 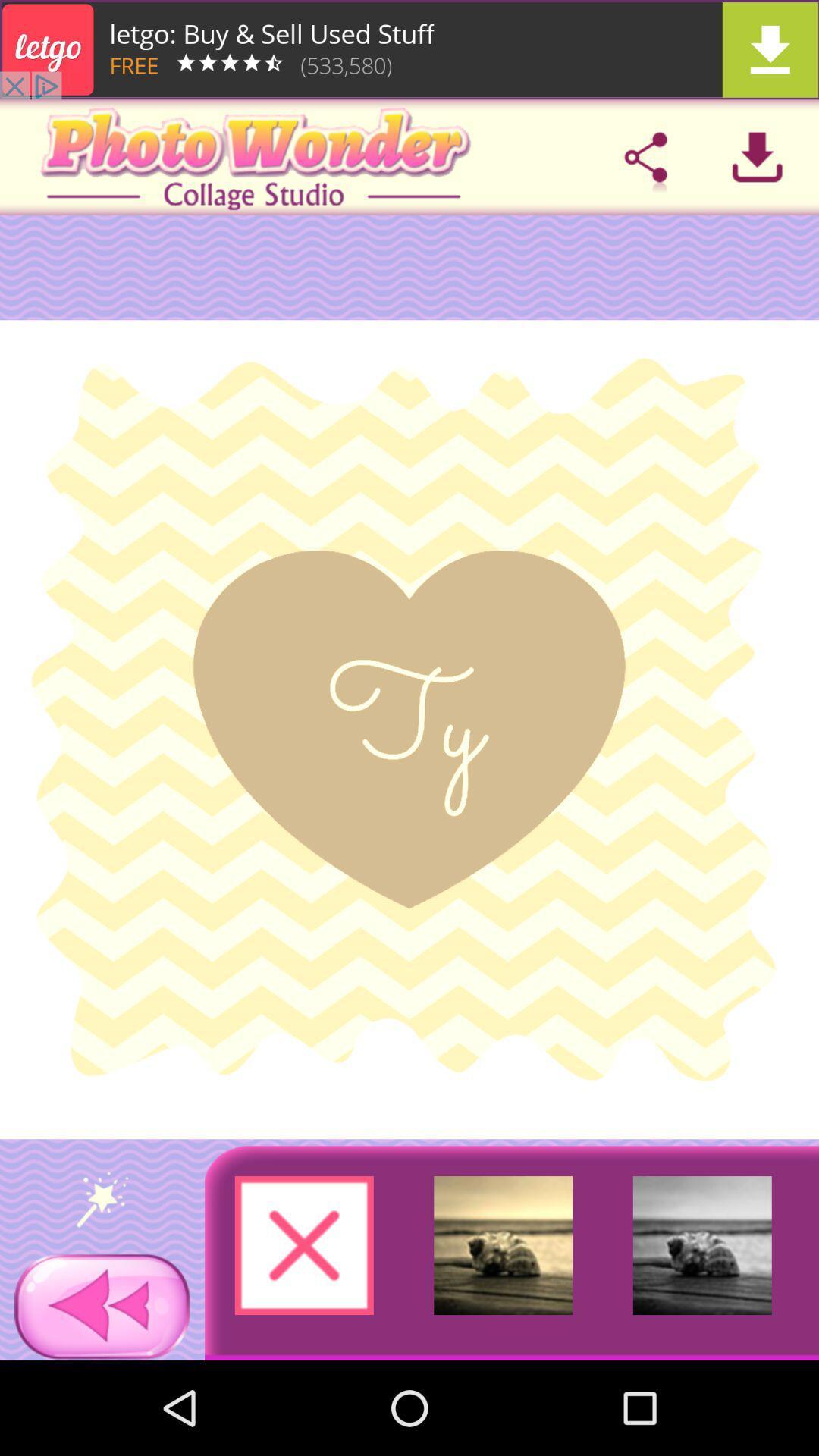 What do you see at coordinates (645, 157) in the screenshot?
I see `share the article` at bounding box center [645, 157].